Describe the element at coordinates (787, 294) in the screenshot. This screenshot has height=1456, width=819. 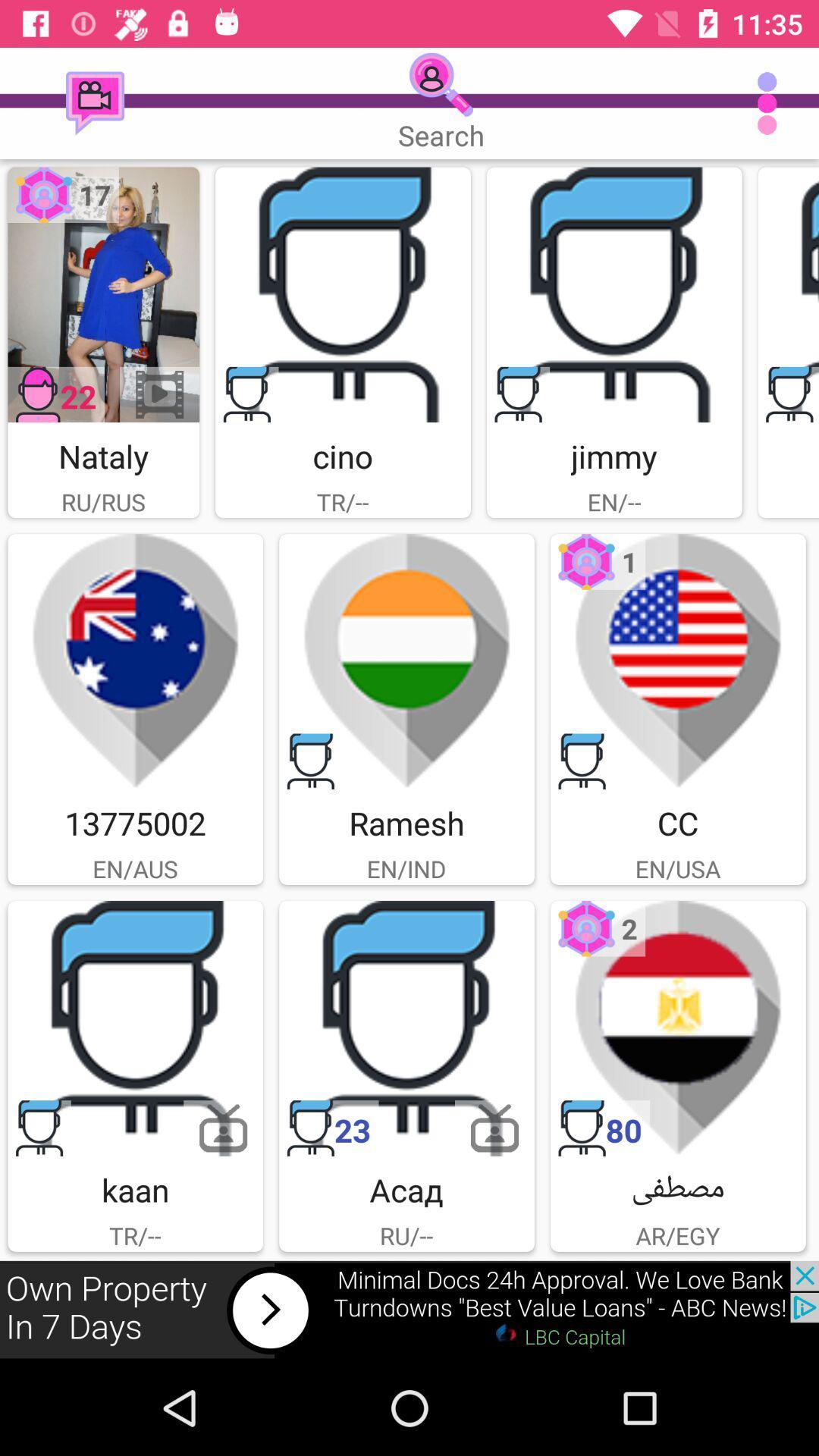
I see `slogan` at that location.